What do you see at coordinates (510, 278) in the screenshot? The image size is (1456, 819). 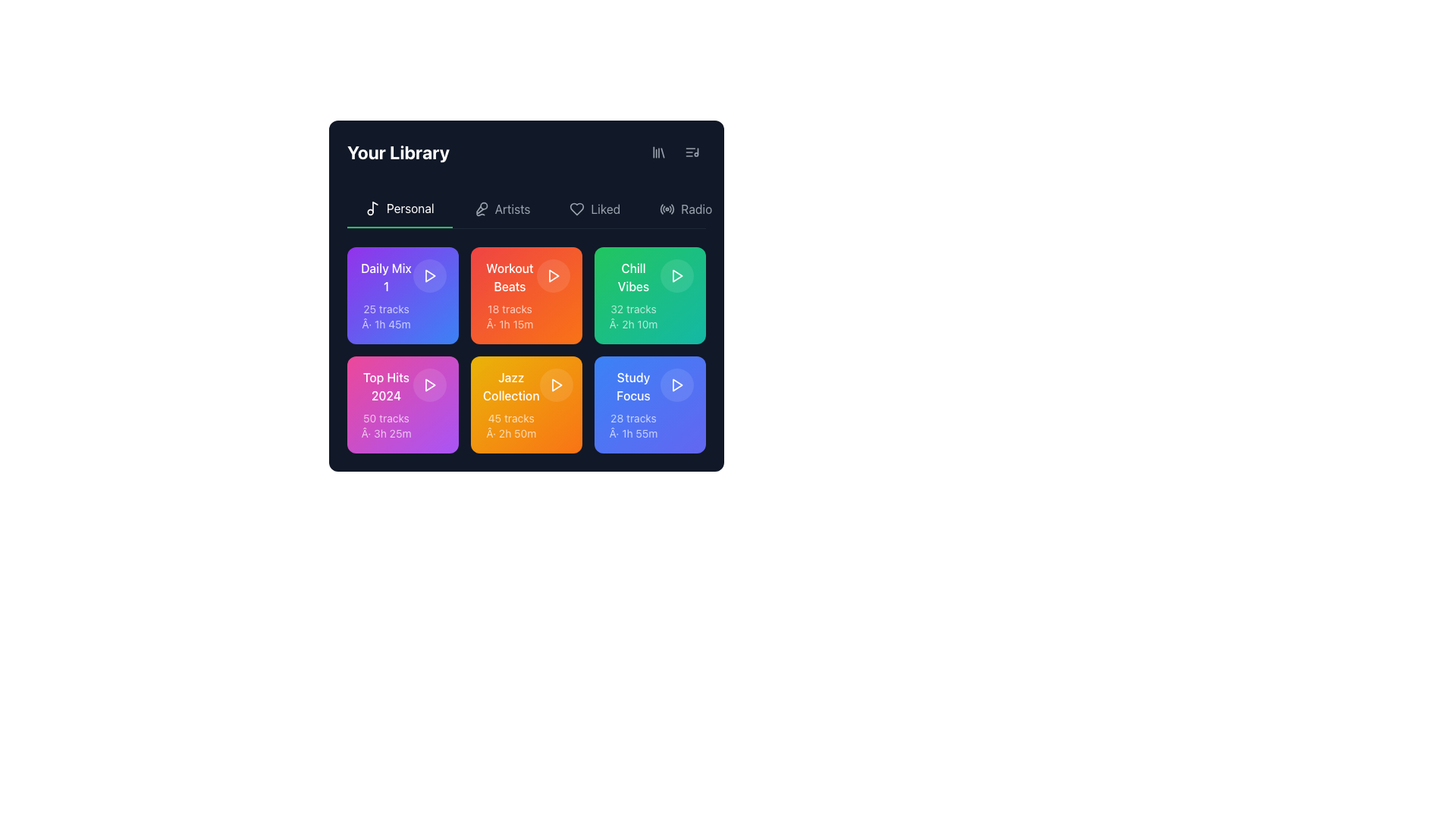 I see `text content of the 'Workout Beats' label, which is displayed in white font on a red-orange background, located in the second column of the first row in the playlist grid` at bounding box center [510, 278].